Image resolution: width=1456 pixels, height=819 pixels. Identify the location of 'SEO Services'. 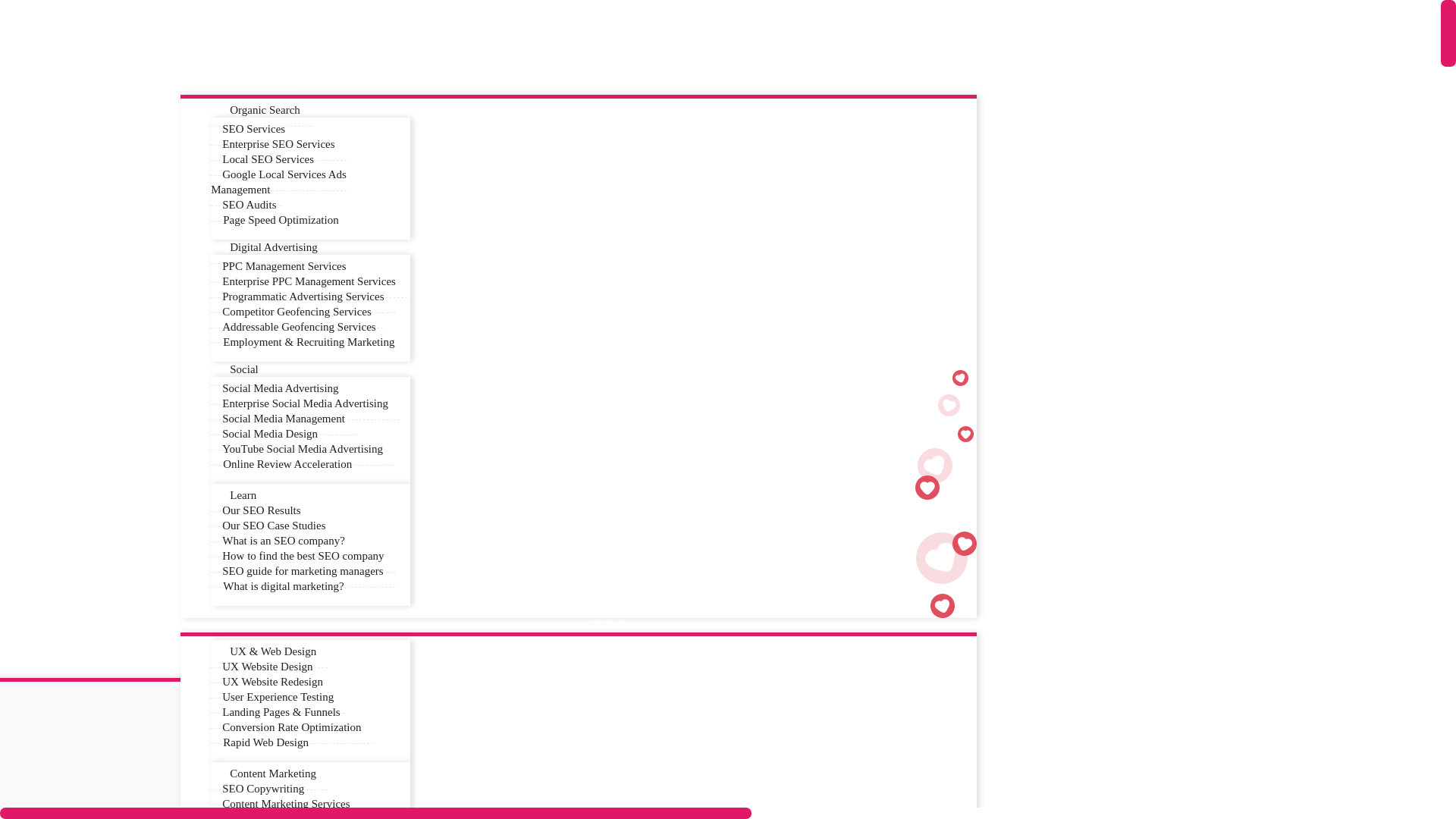
(253, 128).